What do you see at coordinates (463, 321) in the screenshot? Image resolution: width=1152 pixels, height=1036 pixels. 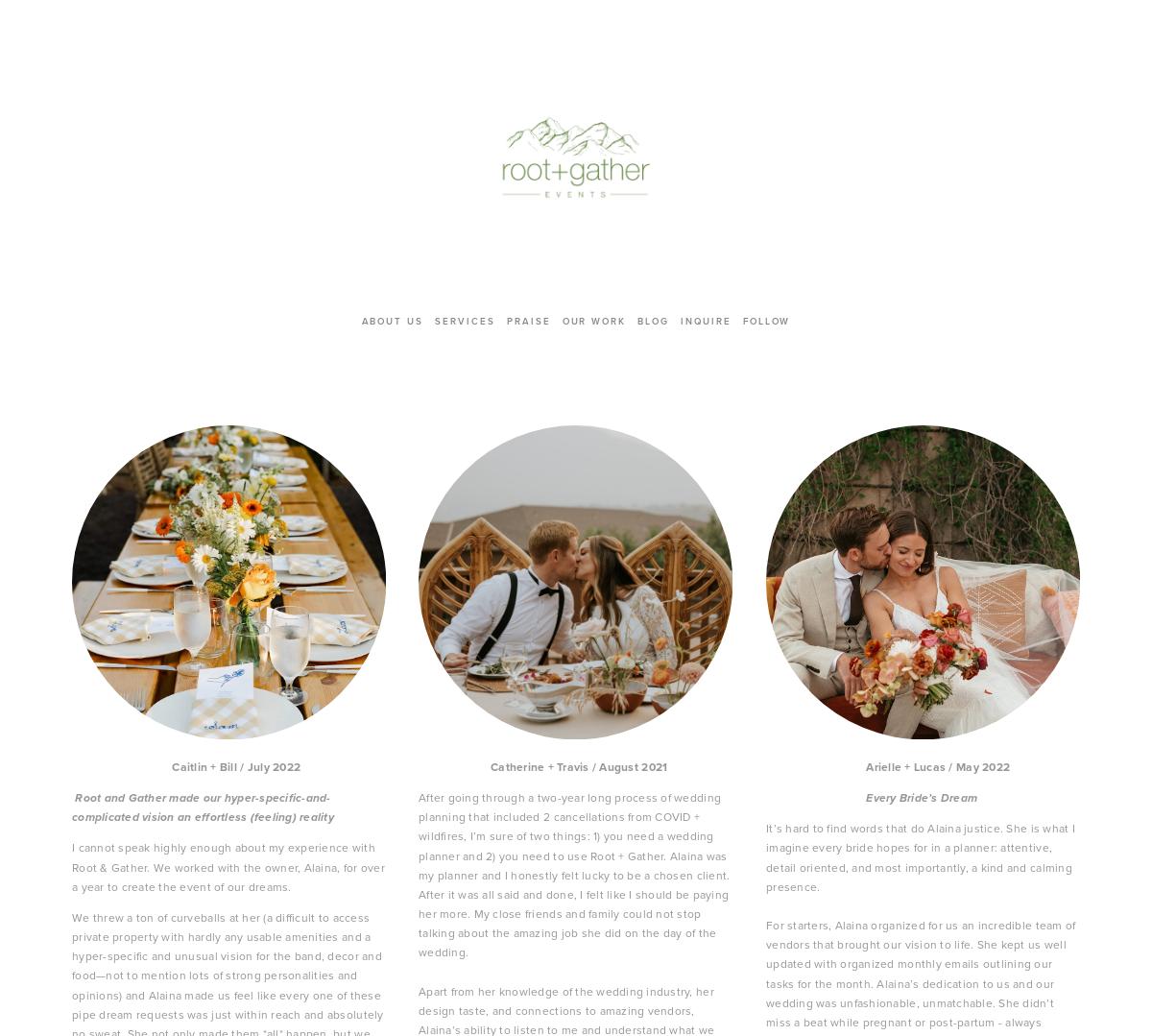 I see `'services'` at bounding box center [463, 321].